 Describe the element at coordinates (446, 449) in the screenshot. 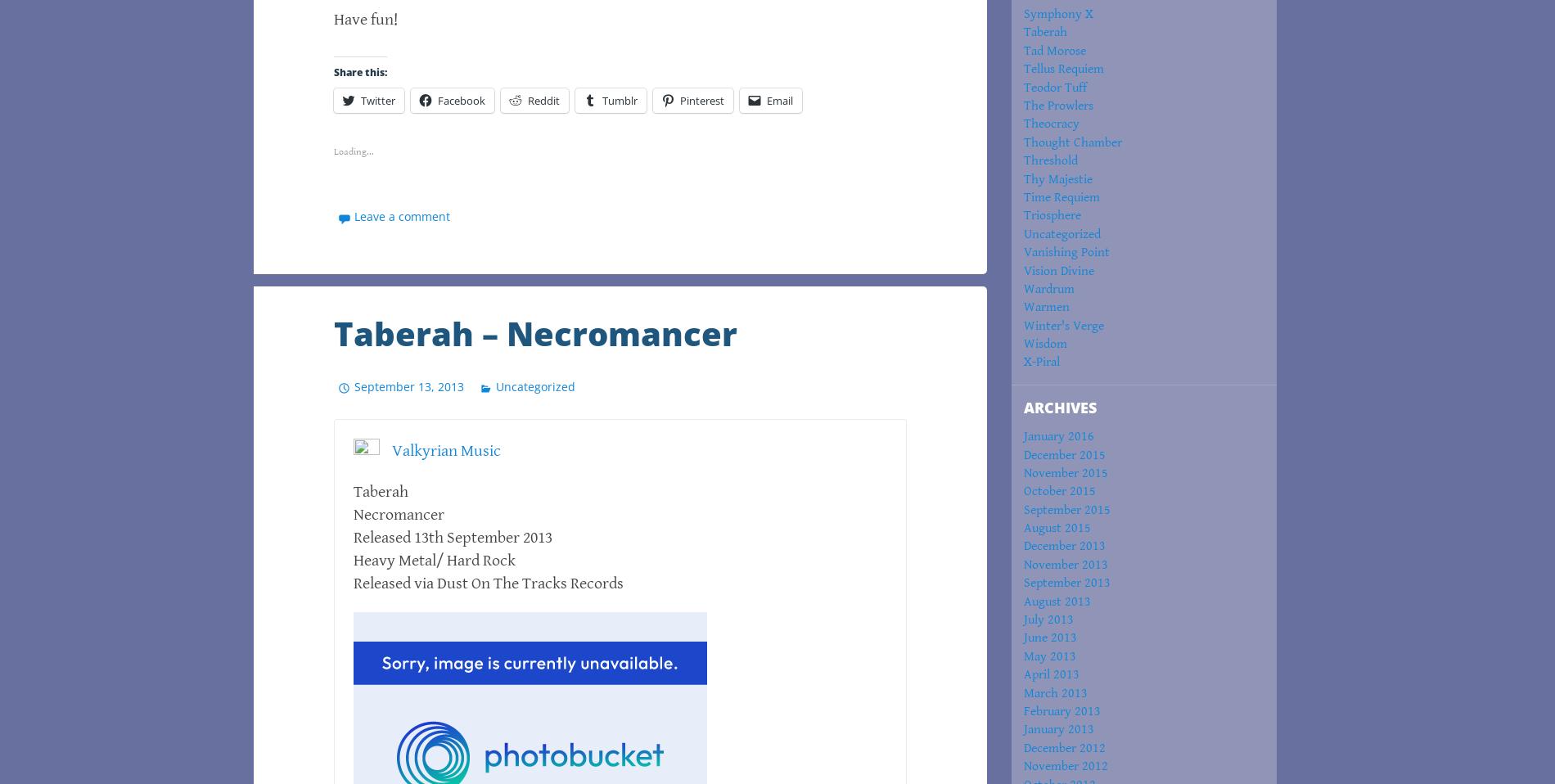

I see `'Valkyrian Music'` at that location.